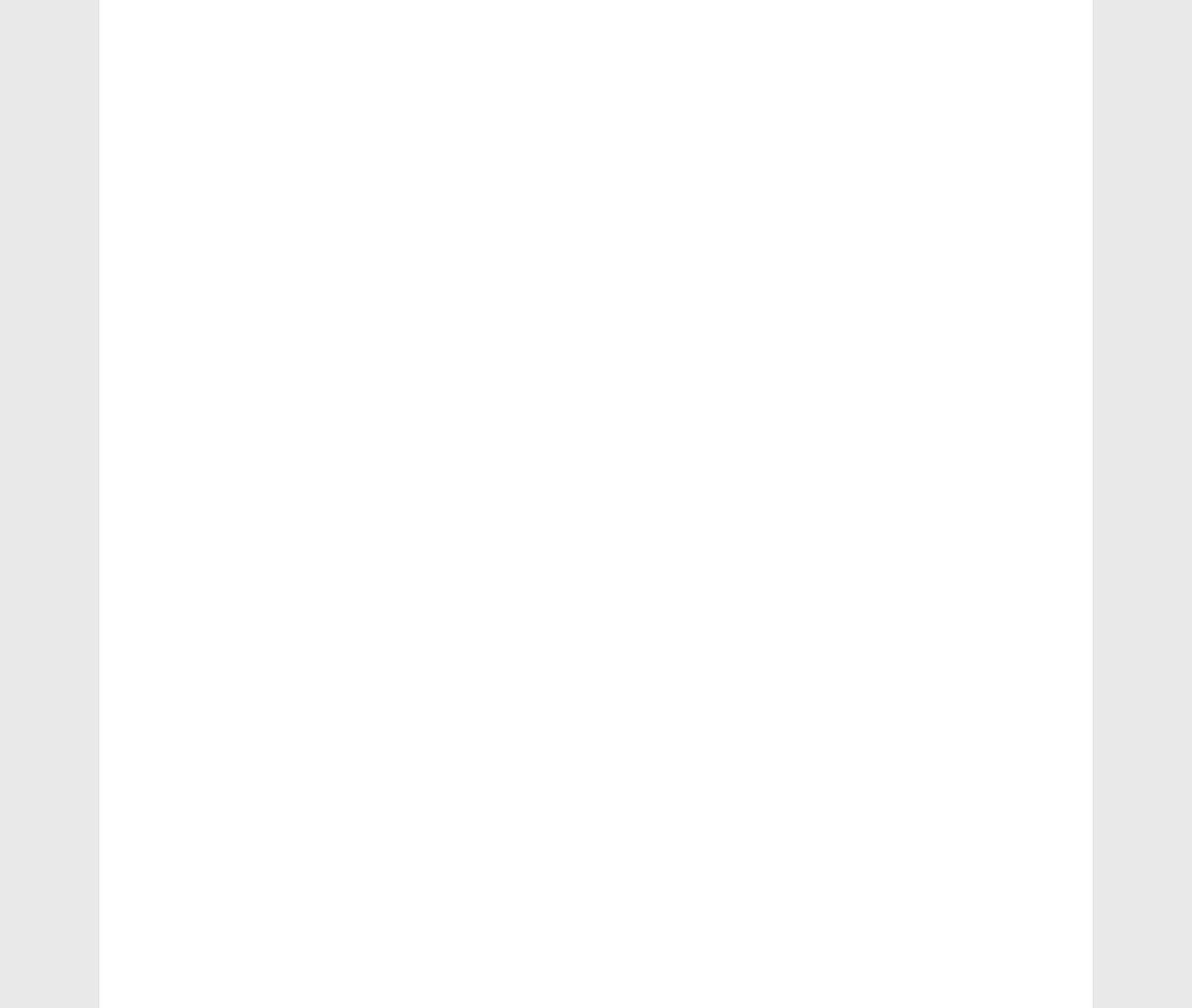  What do you see at coordinates (884, 581) in the screenshot?
I see `'Learning'` at bounding box center [884, 581].